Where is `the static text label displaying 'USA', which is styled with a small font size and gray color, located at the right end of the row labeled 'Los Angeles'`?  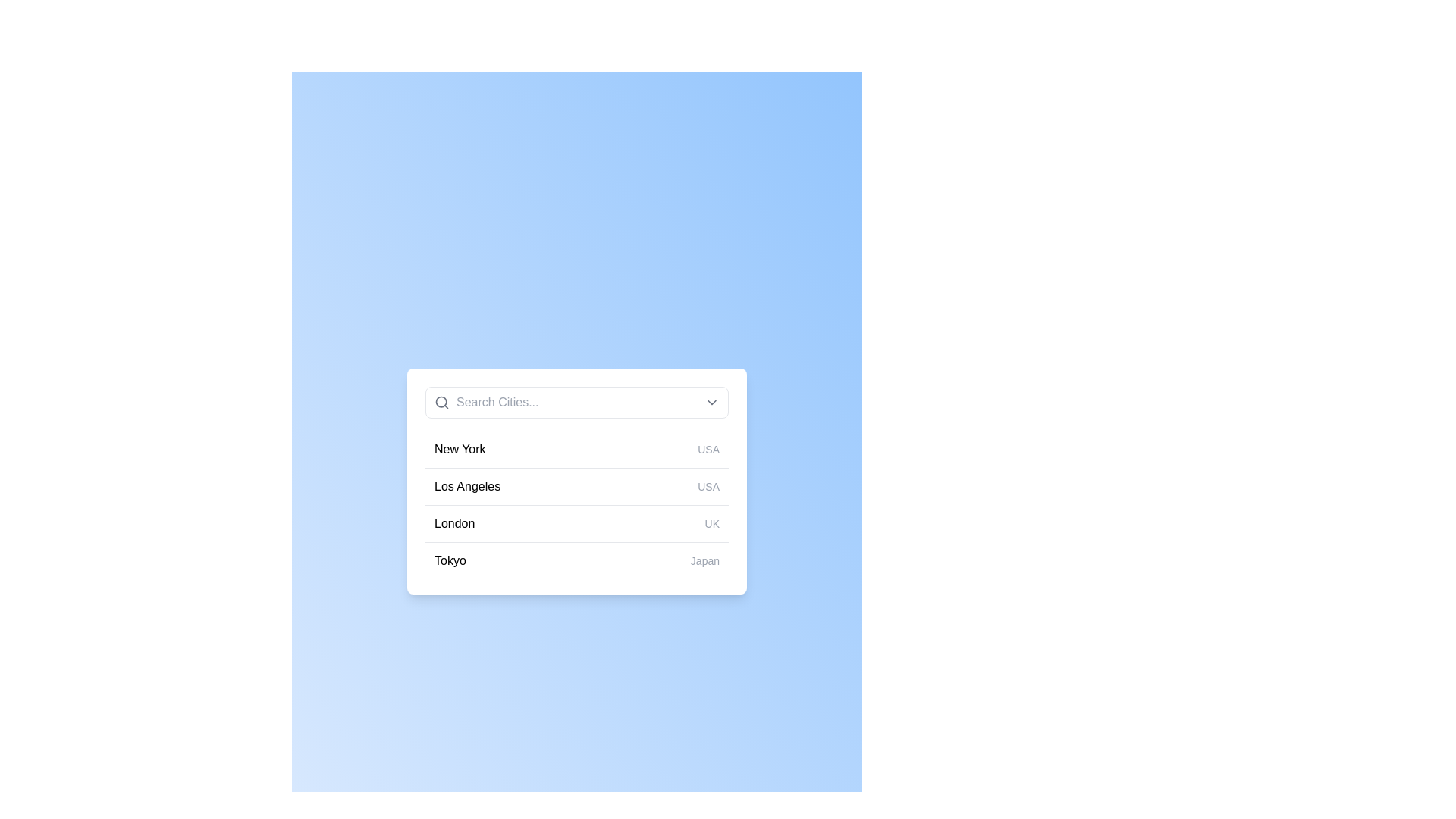 the static text label displaying 'USA', which is styled with a small font size and gray color, located at the right end of the row labeled 'Los Angeles' is located at coordinates (708, 486).